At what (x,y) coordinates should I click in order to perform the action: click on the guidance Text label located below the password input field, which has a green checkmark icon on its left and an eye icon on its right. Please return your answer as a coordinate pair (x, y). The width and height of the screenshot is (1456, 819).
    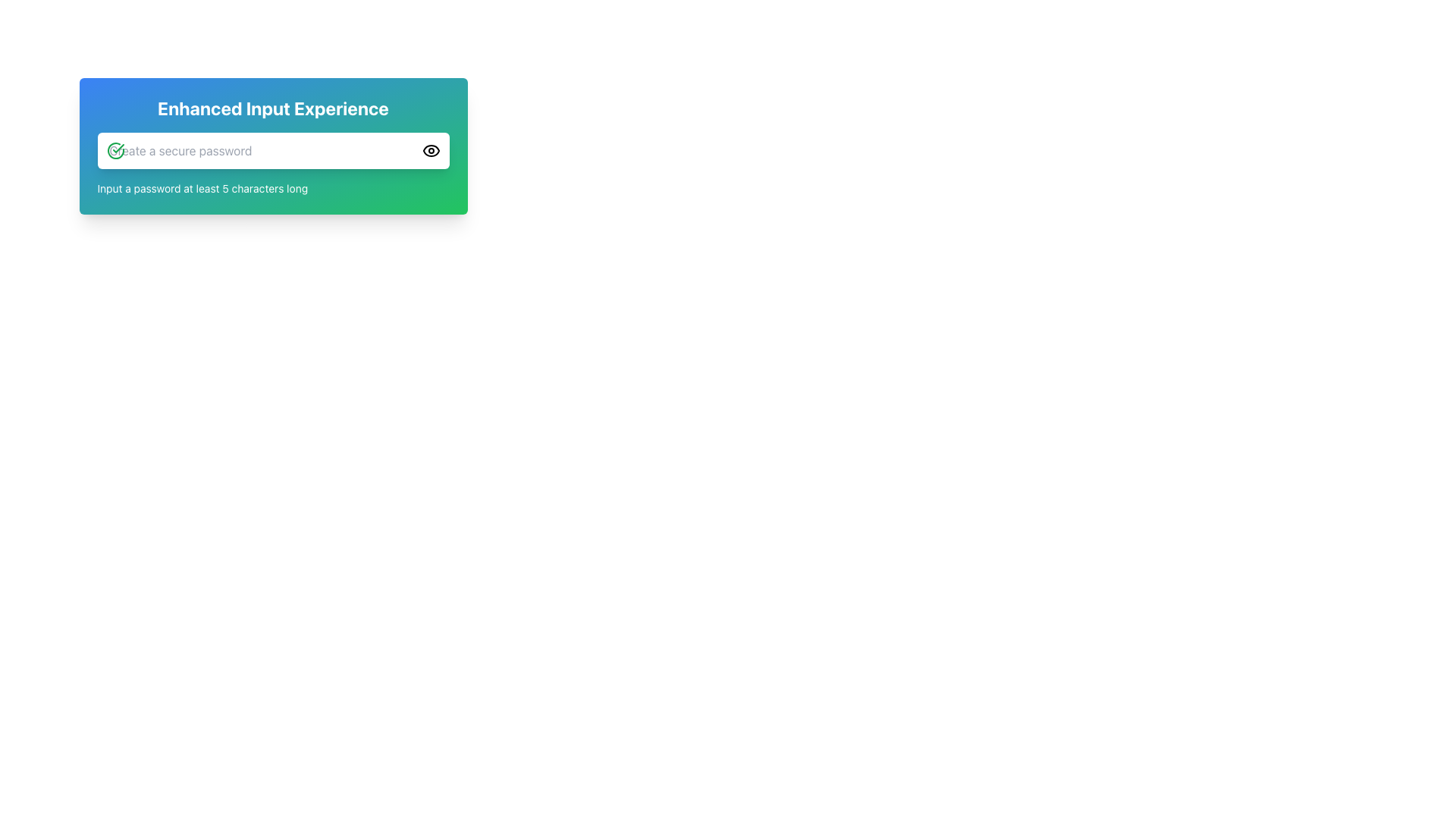
    Looking at the image, I should click on (273, 188).